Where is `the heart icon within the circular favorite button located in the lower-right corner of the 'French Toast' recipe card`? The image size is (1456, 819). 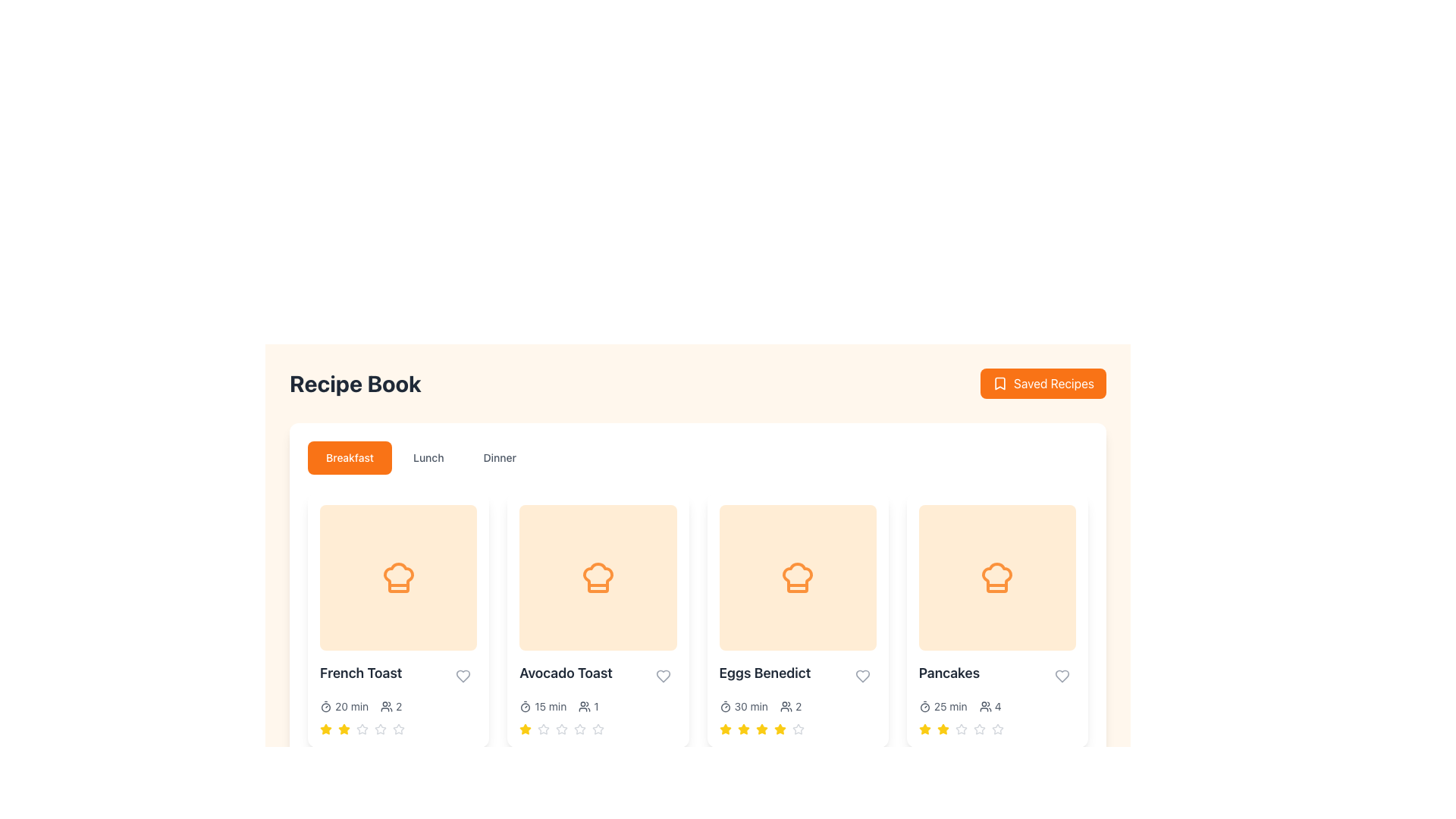 the heart icon within the circular favorite button located in the lower-right corner of the 'French Toast' recipe card is located at coordinates (463, 675).